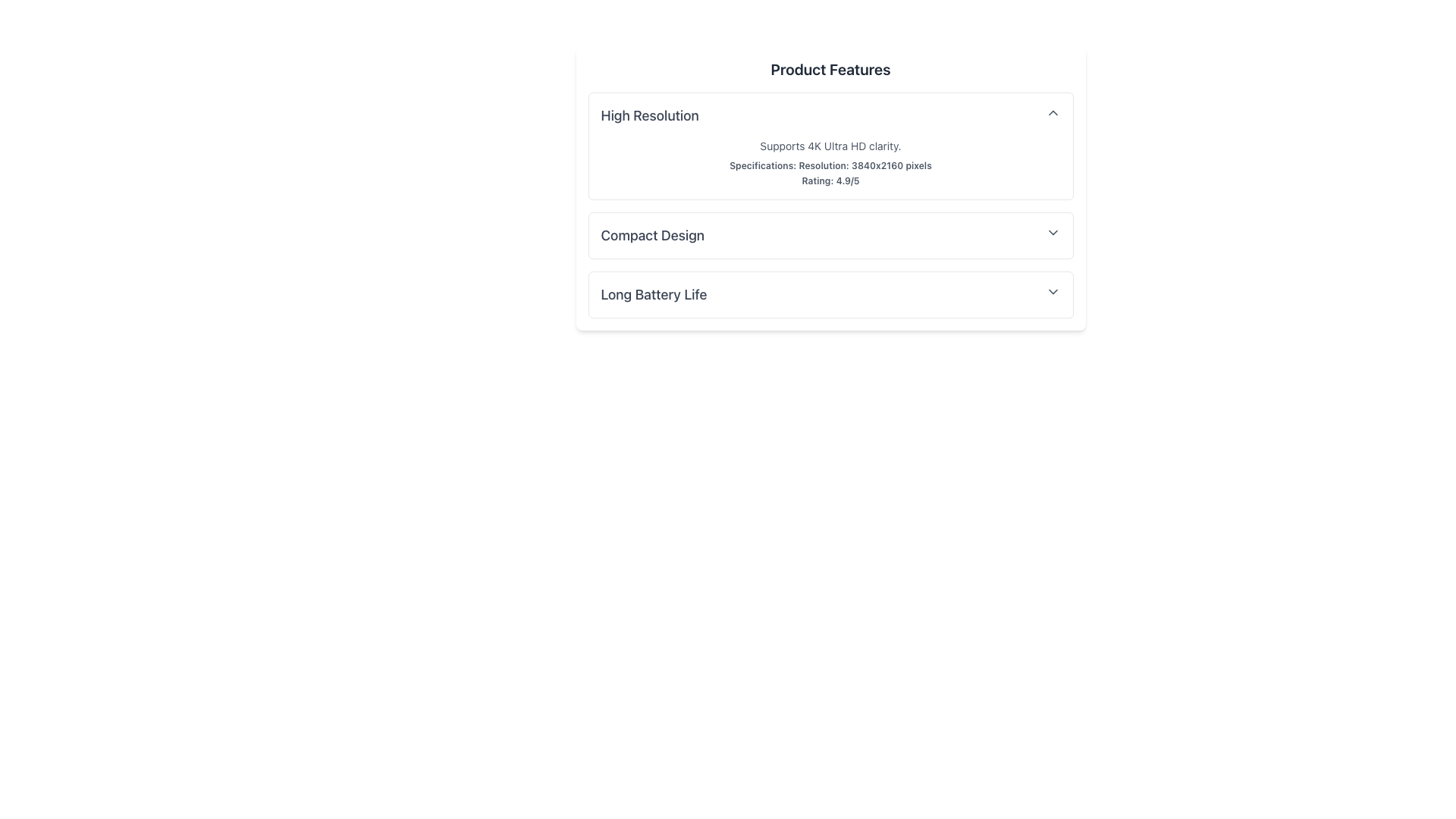 This screenshot has height=819, width=1456. Describe the element at coordinates (830, 163) in the screenshot. I see `the Descriptive Text Block that presents detailed information about the product's display capabilities, located under the 'High Resolution' section of 'Product Features.'` at that location.